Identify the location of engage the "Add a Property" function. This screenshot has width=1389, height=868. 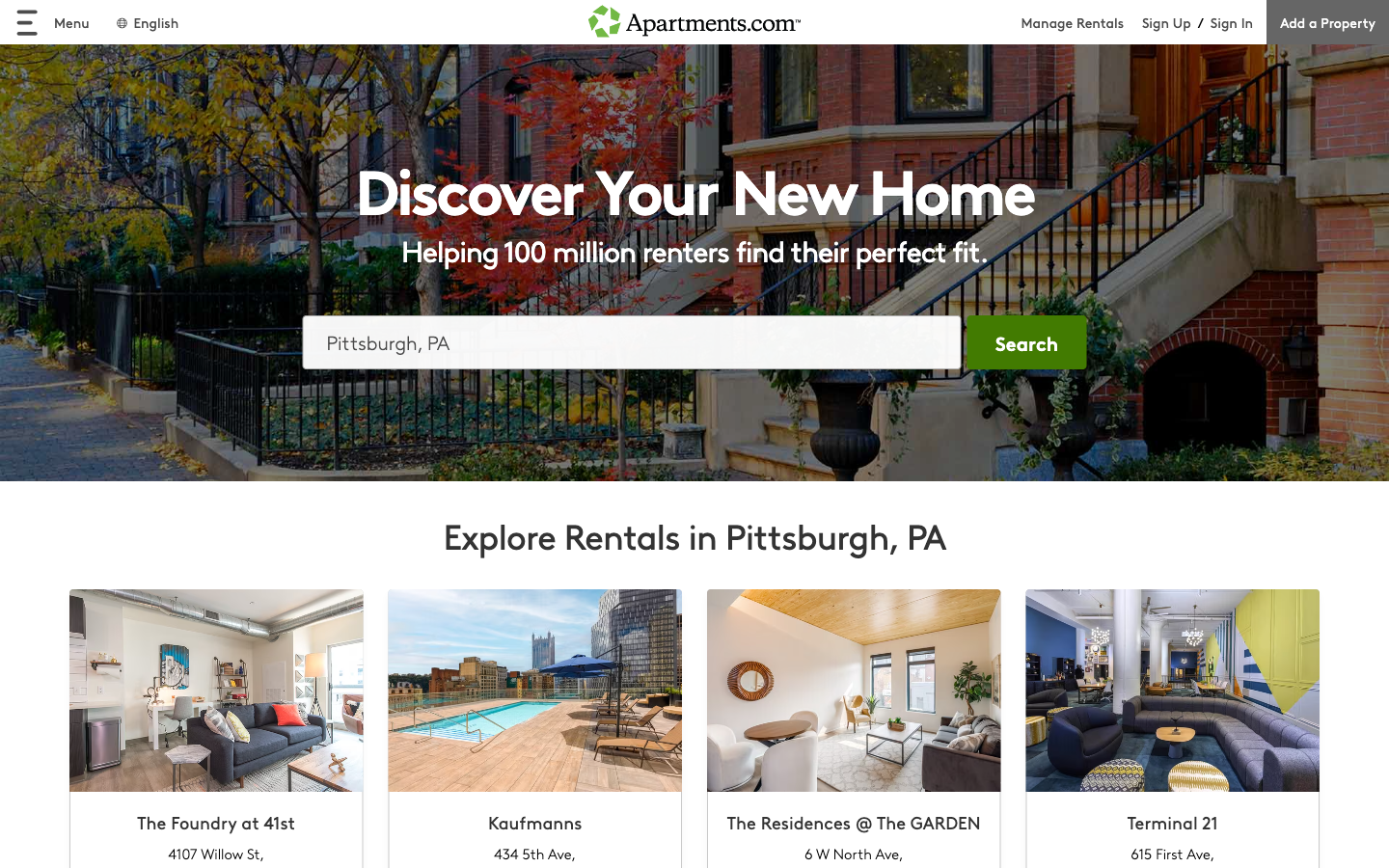
(1326, 21).